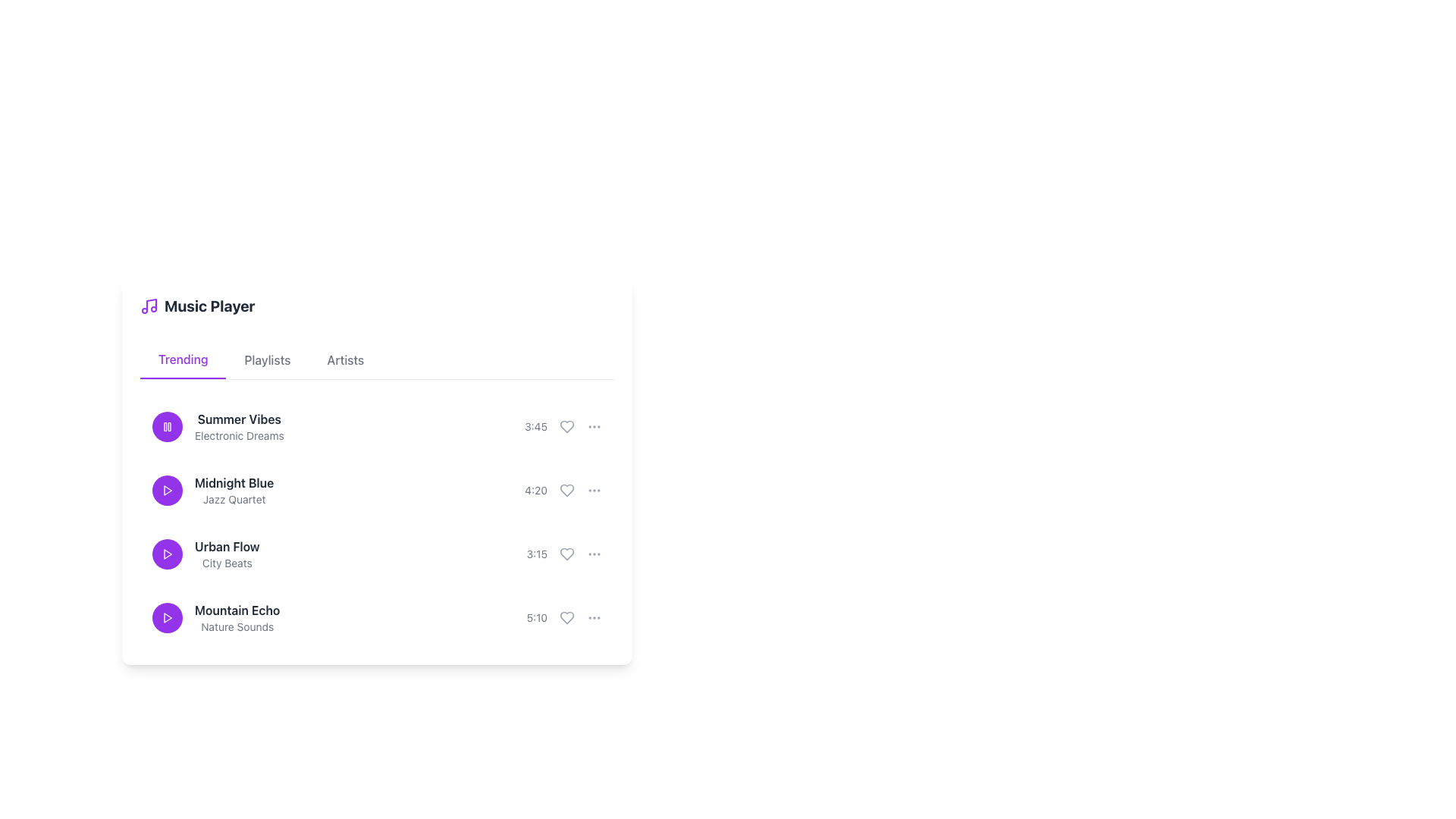  What do you see at coordinates (566, 427) in the screenshot?
I see `the heart-shaped 'like' button to indicate preference for the song associated with the 'Summer Vibes' entry, which is located near the timestamp '3:45'` at bounding box center [566, 427].